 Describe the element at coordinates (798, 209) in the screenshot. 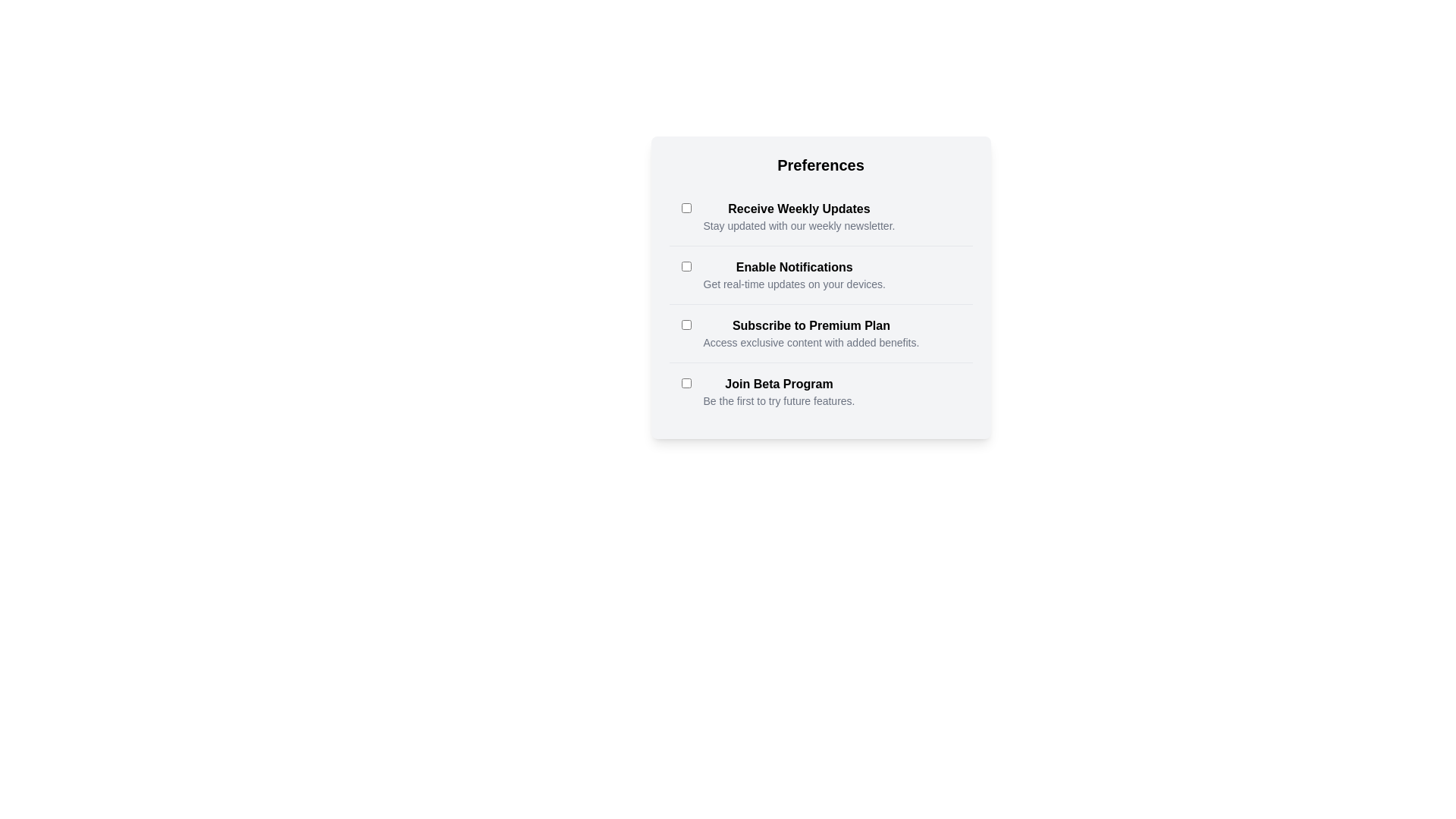

I see `the label associated with the checkbox to toggle its state. The label text is Receive Weekly Updates` at that location.